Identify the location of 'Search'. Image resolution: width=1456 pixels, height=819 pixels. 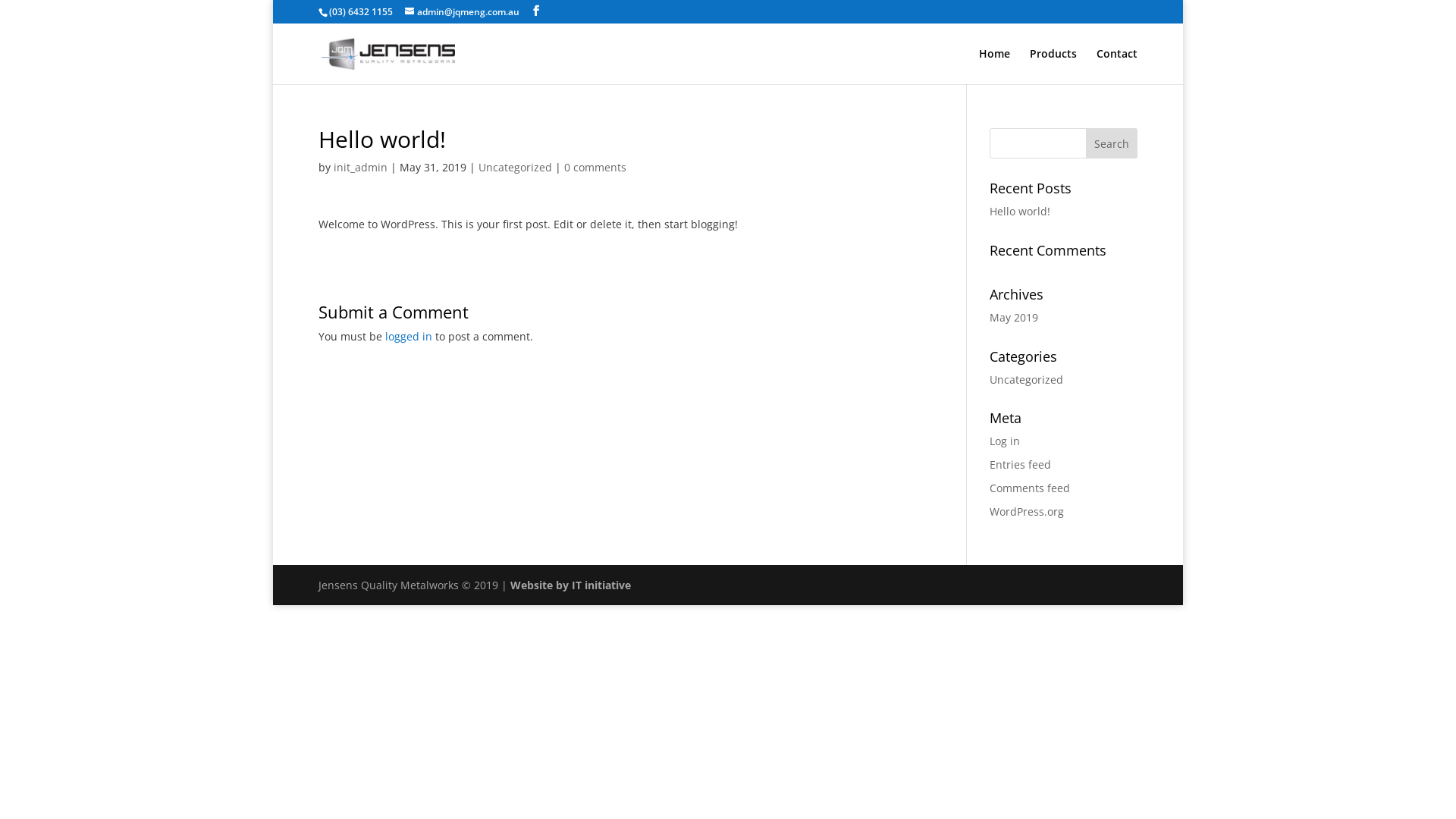
(1084, 143).